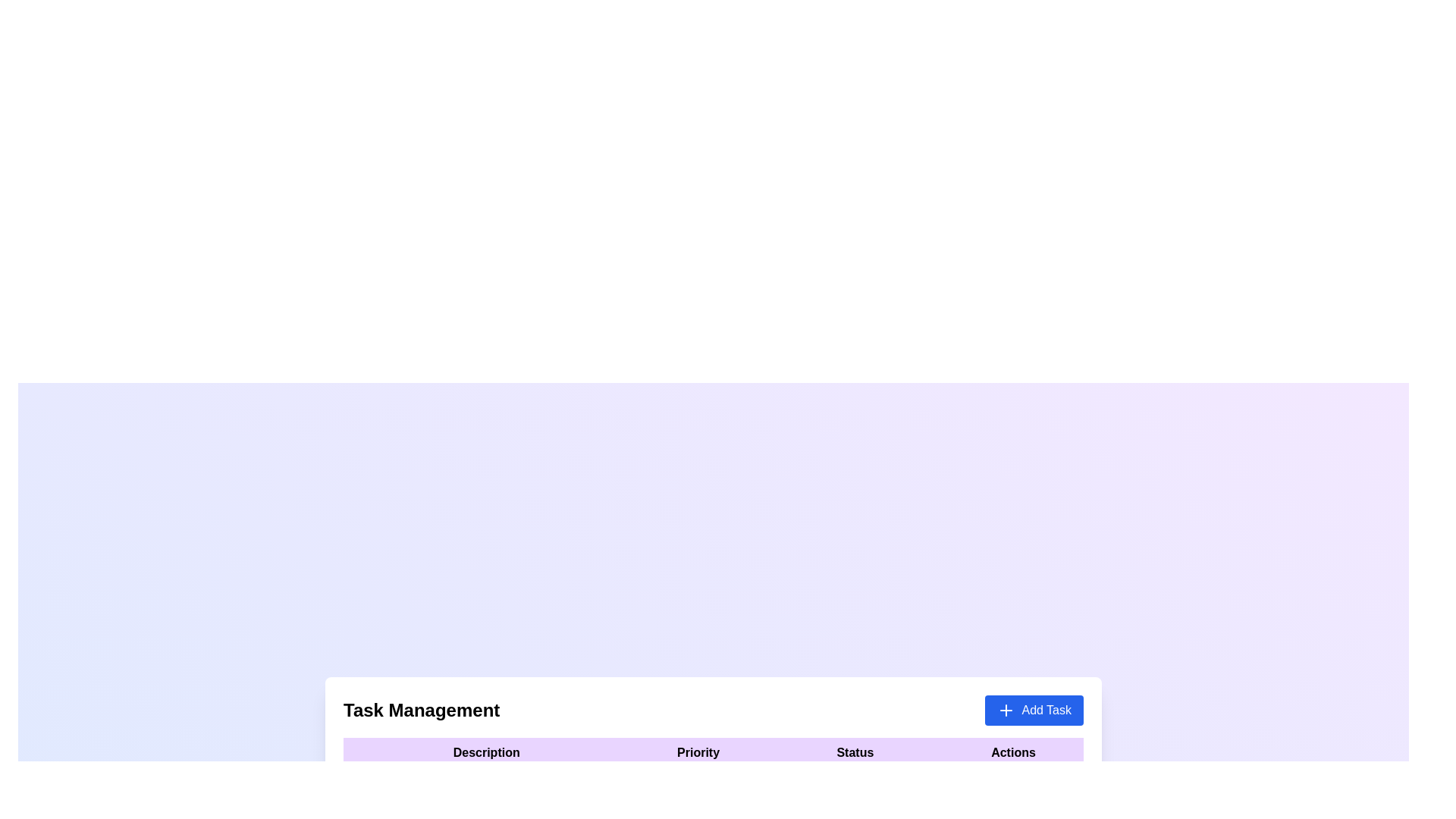 This screenshot has width=1456, height=819. What do you see at coordinates (712, 752) in the screenshot?
I see `header labels from the Table Header Row located at the top center of the table, which labels and distinguishes the content of the columns below it` at bounding box center [712, 752].